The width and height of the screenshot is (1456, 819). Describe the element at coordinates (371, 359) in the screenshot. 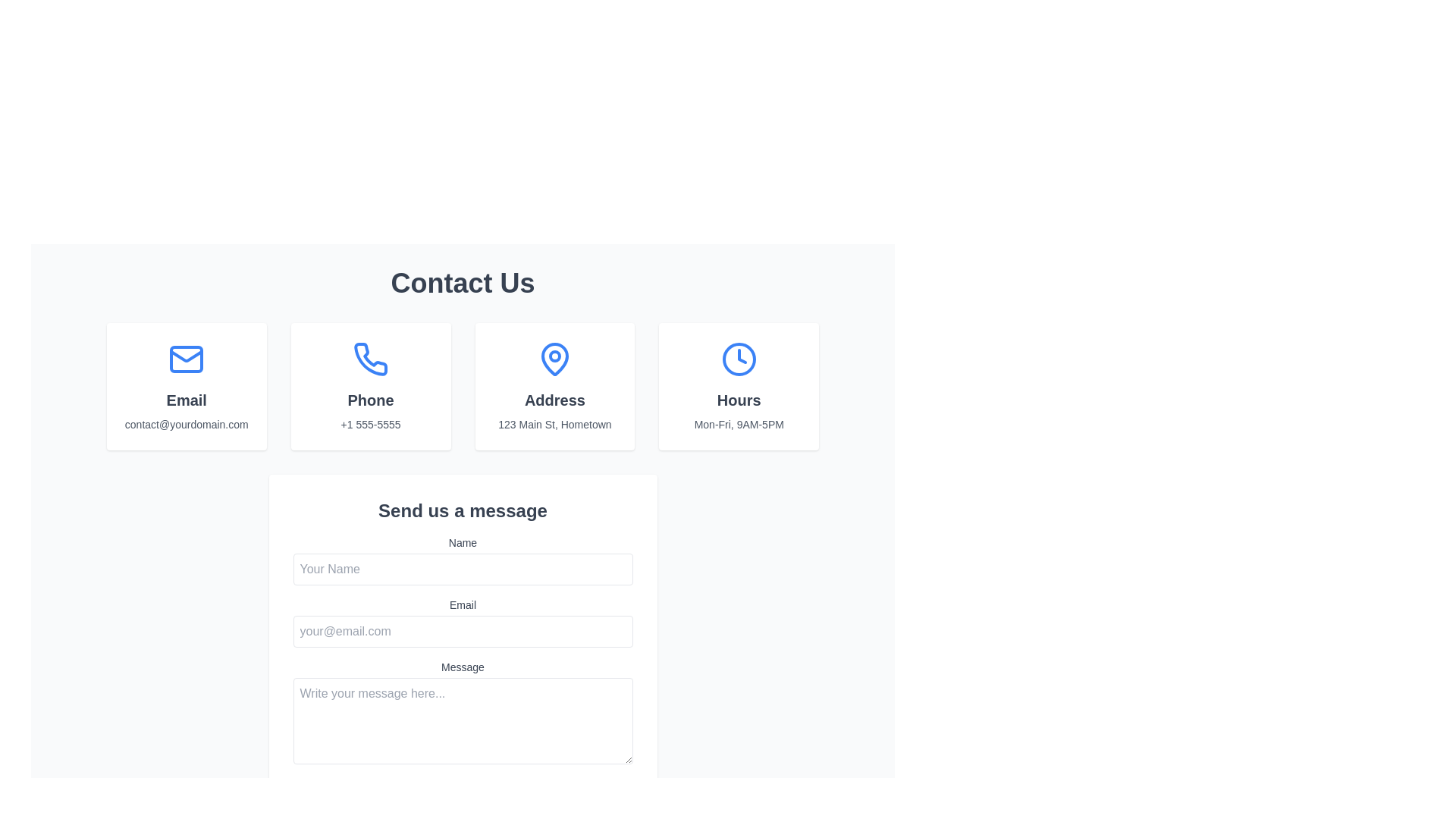

I see `the phone icon that visually represents contact by phone, located above the text 'Phone' and to the right of the 'Email' section` at that location.